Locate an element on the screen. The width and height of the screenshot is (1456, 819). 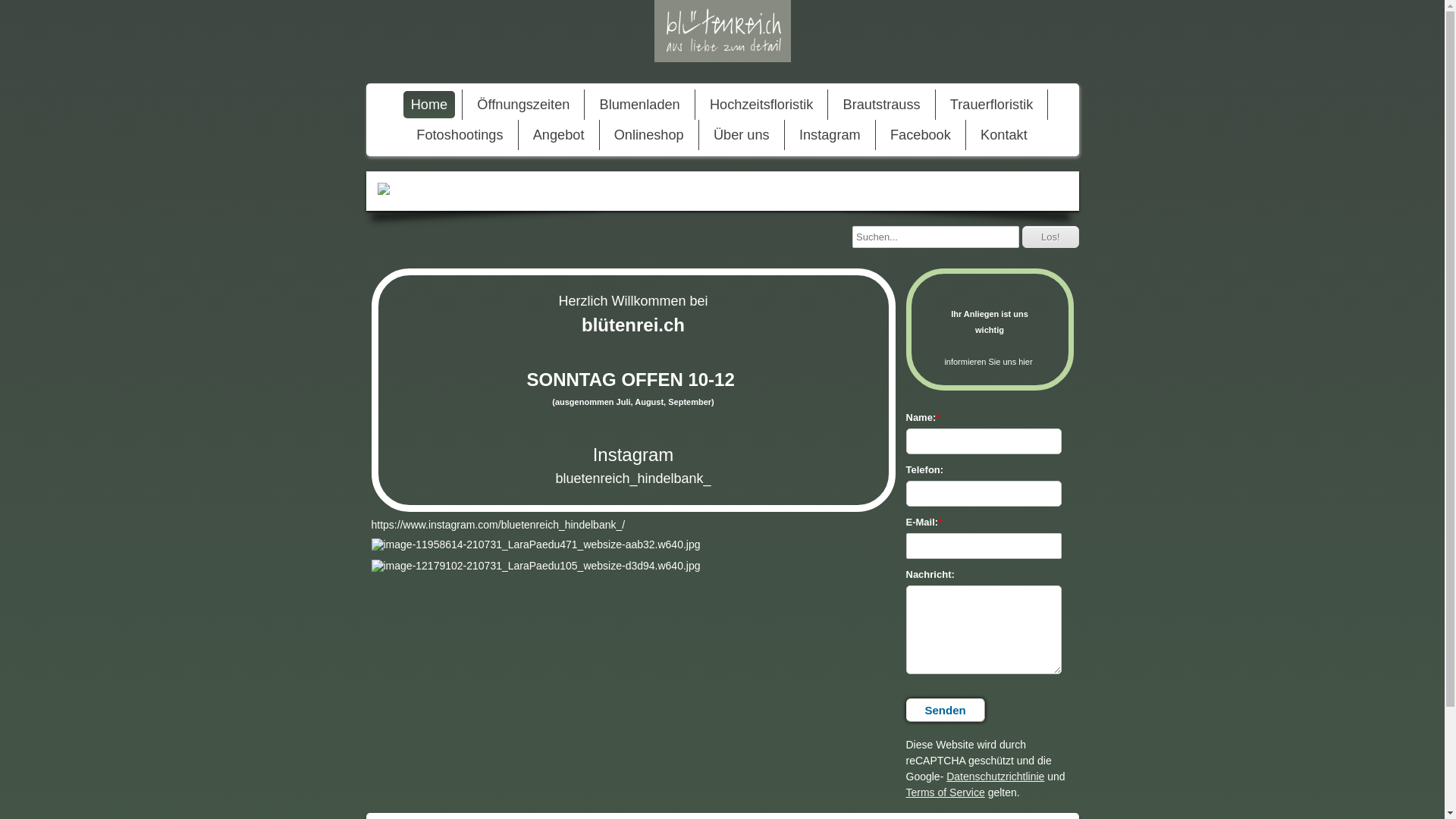
'Terms of Service' is located at coordinates (944, 792).